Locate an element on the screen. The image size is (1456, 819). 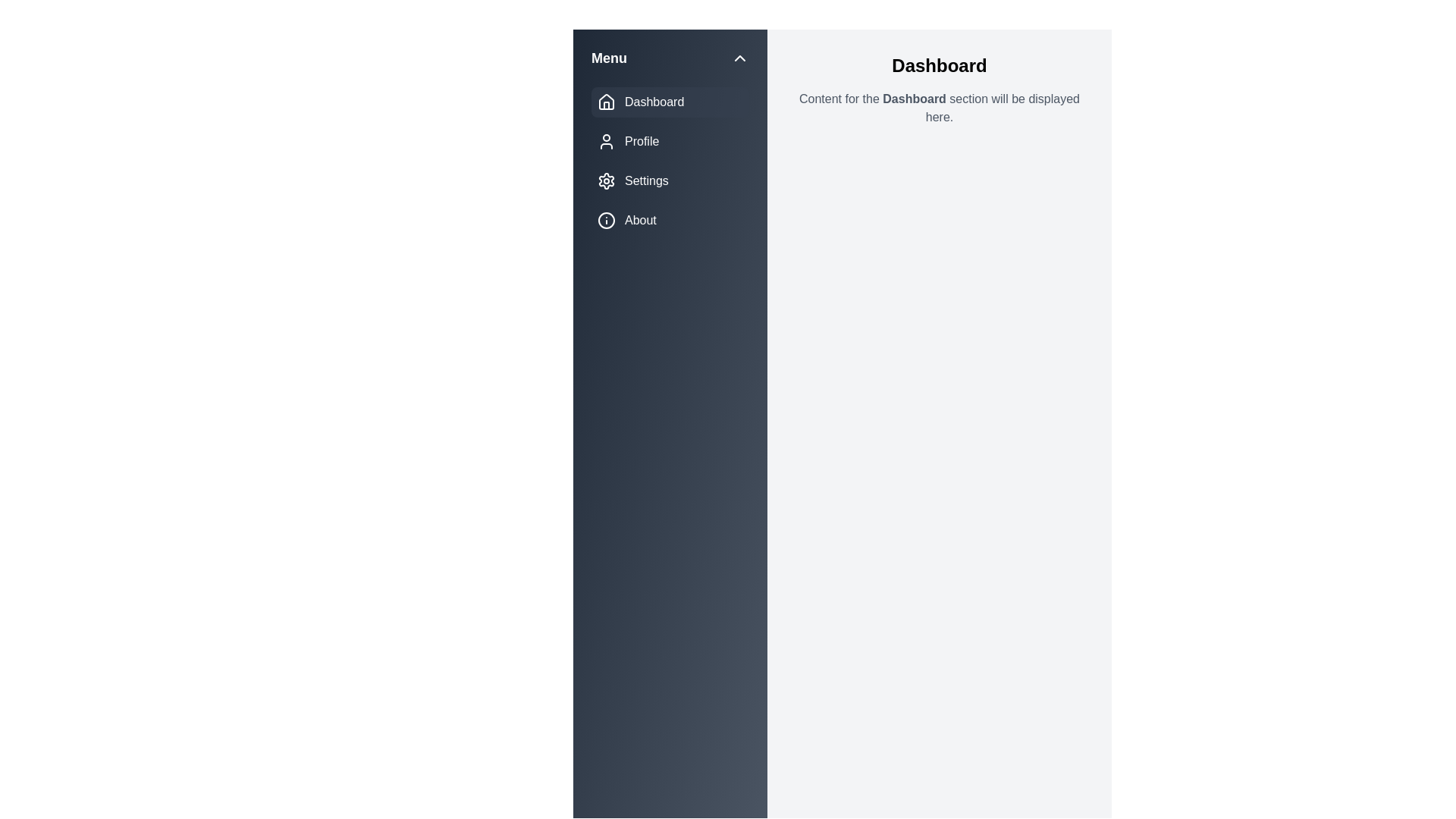
the text label for the user's profile section in the vertical navigation menu is located at coordinates (642, 141).